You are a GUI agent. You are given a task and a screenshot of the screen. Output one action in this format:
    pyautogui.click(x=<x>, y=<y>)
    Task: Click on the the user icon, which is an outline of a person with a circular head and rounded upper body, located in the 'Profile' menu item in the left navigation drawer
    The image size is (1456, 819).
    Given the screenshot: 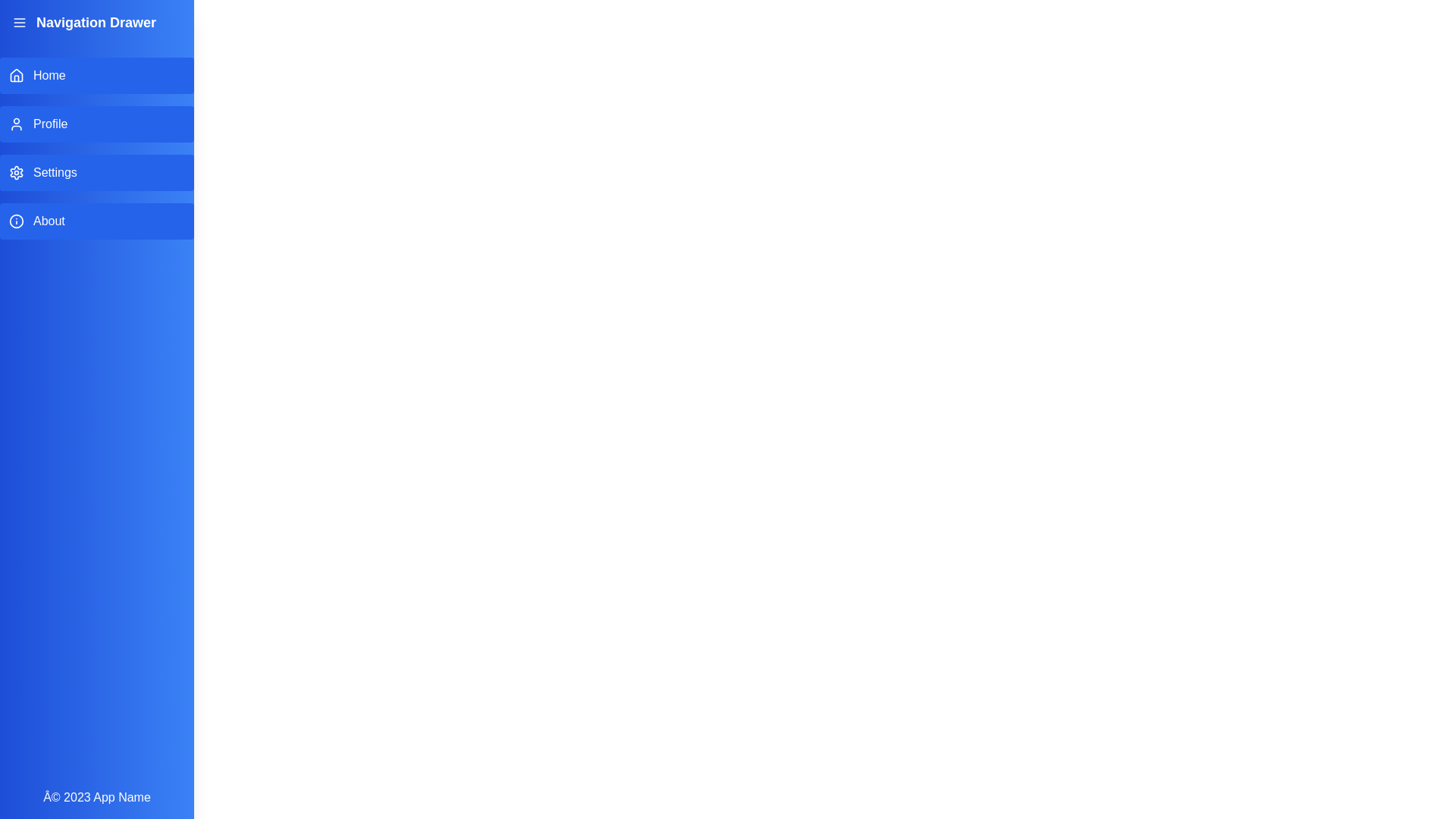 What is the action you would take?
    pyautogui.click(x=17, y=124)
    